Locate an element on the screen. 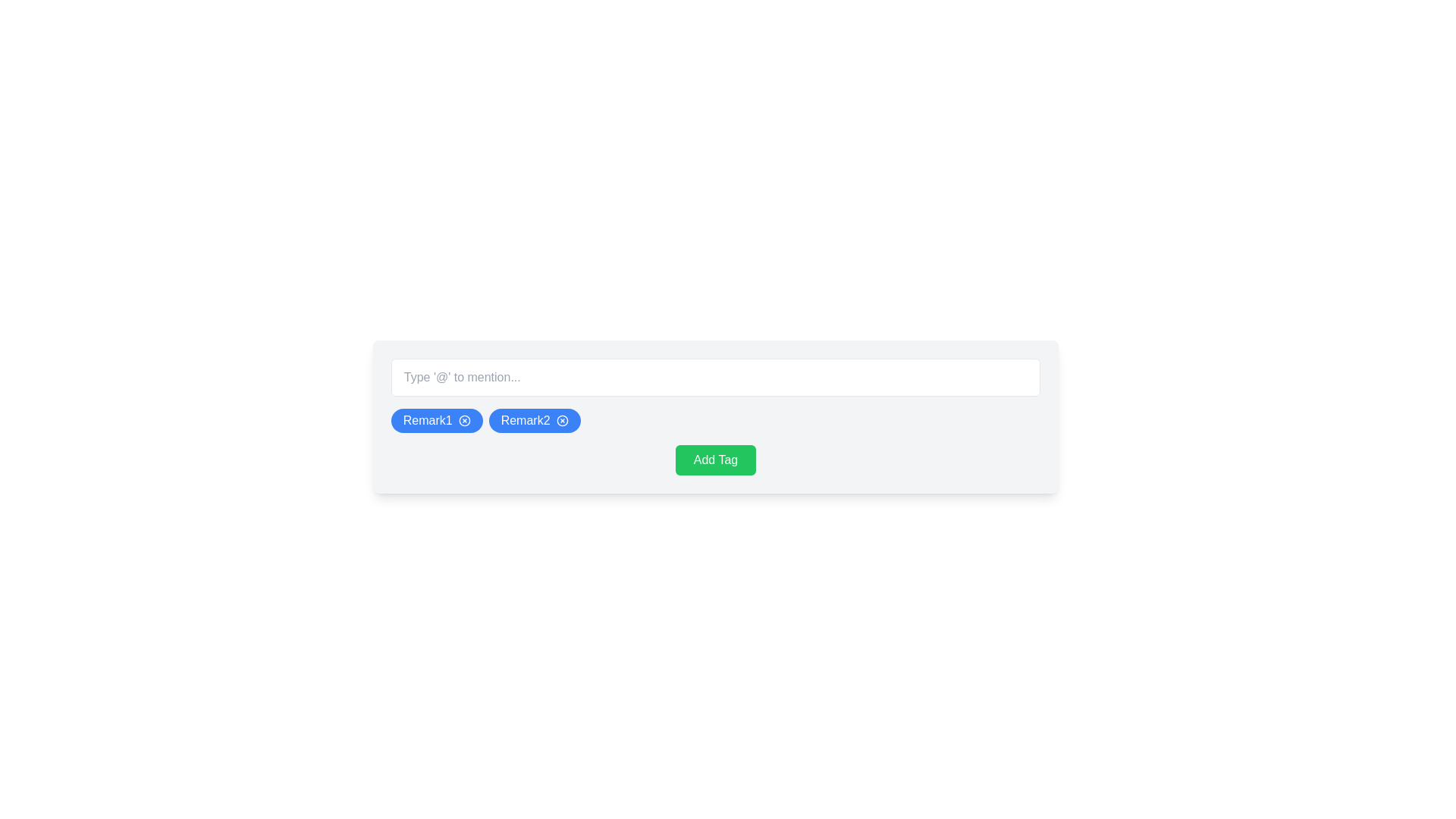 The width and height of the screenshot is (1456, 819). the circular icon button with an 'X' mark, which is located to the immediate right of the text 'Remark2' within a blue rounded button is located at coordinates (561, 421).